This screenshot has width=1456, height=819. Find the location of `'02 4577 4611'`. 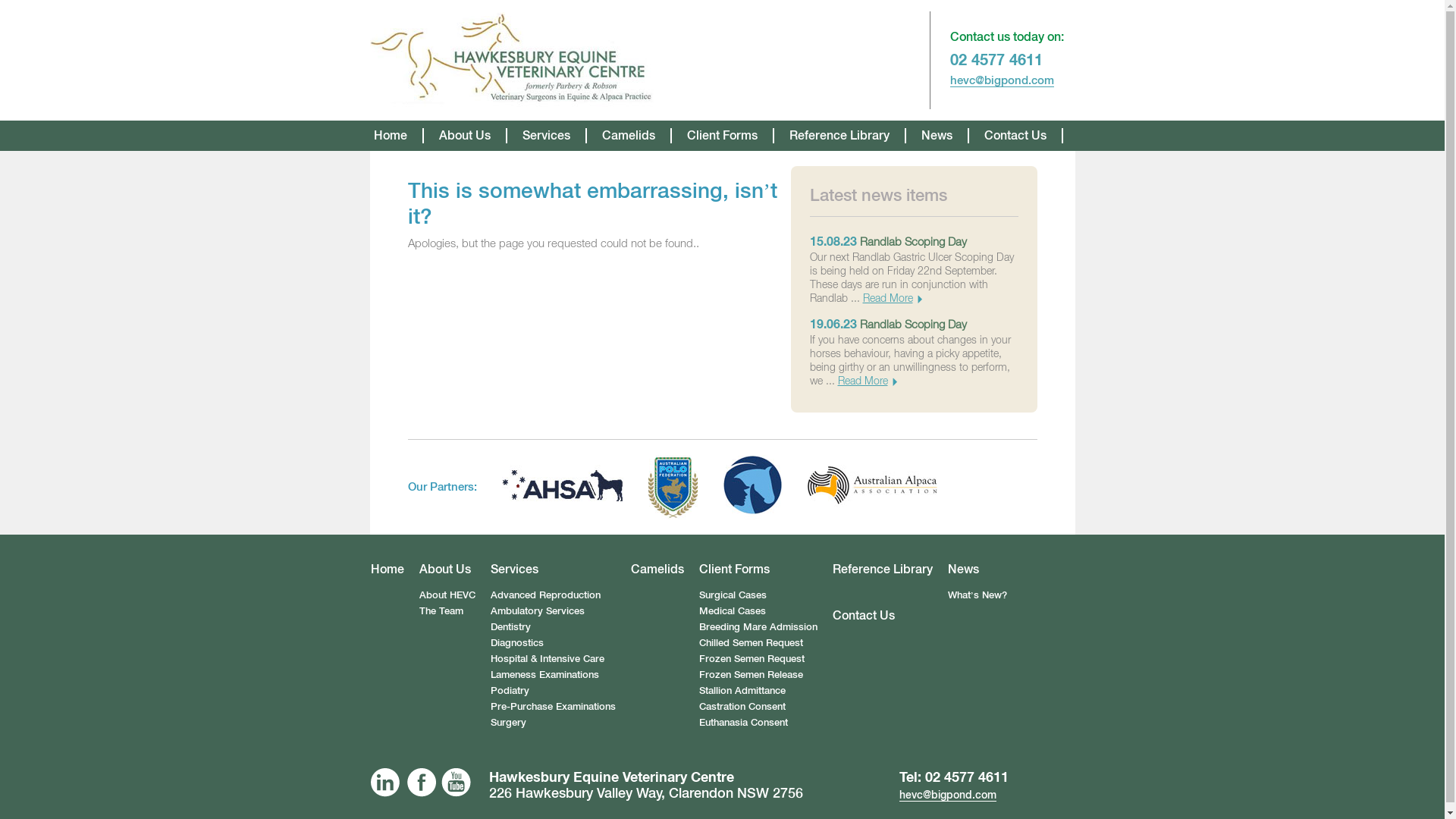

'02 4577 4611' is located at coordinates (966, 776).